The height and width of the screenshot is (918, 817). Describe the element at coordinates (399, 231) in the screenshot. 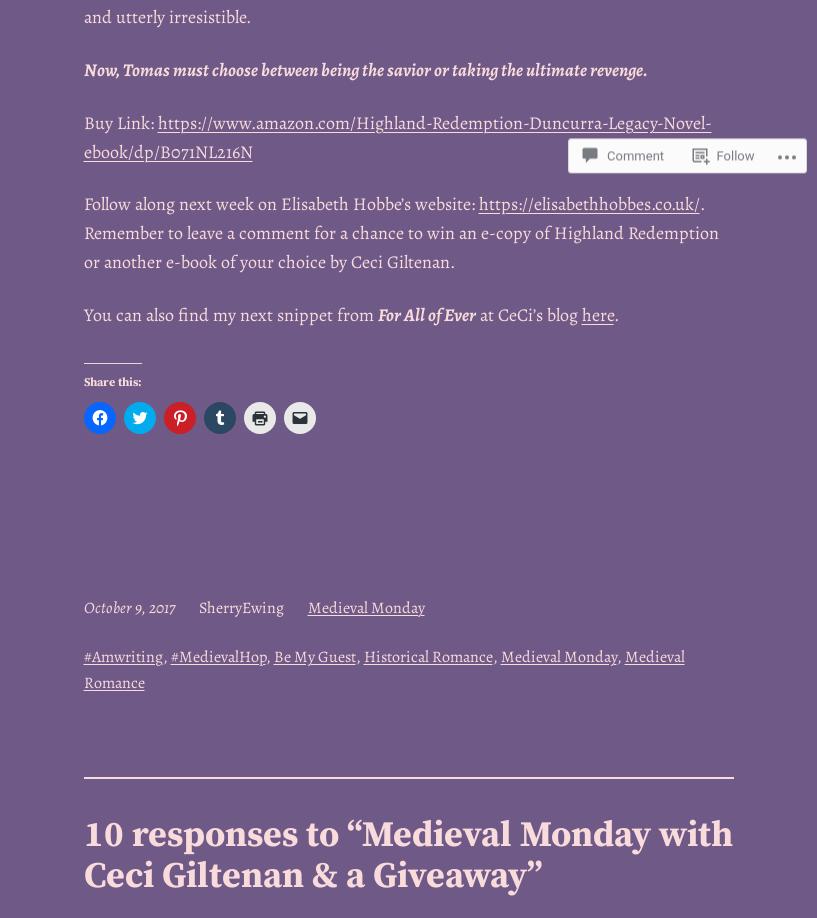

I see `'. Remember to leave a comment for a chance to win an e-copy of Highland Redemption or another e-book of your choice by Ceci Giltenan.'` at that location.